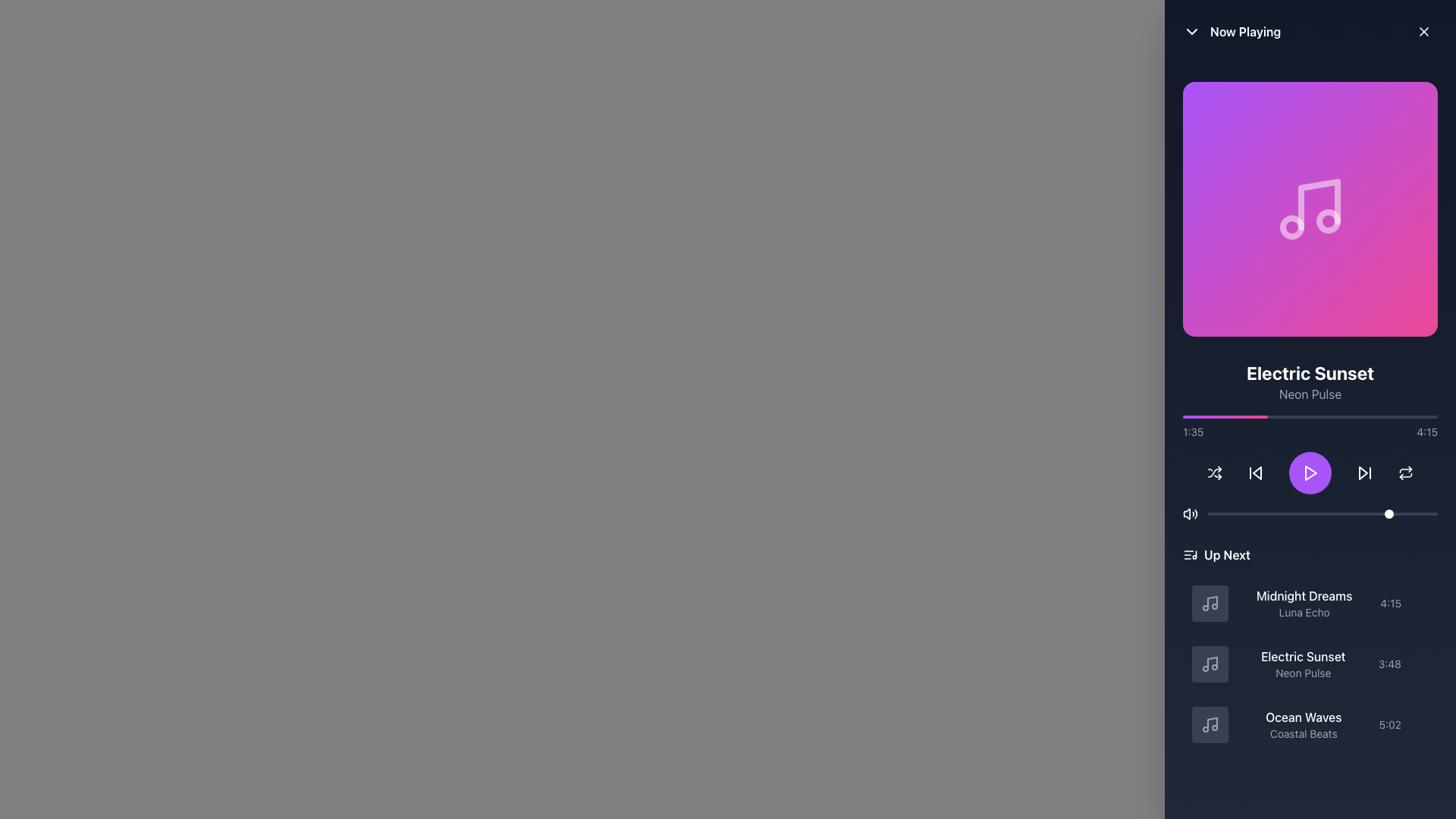 The image size is (1456, 819). What do you see at coordinates (1310, 663) in the screenshot?
I see `the audio track 'Electric Sunset' in the sidebar panel under the 'Up Next' section` at bounding box center [1310, 663].